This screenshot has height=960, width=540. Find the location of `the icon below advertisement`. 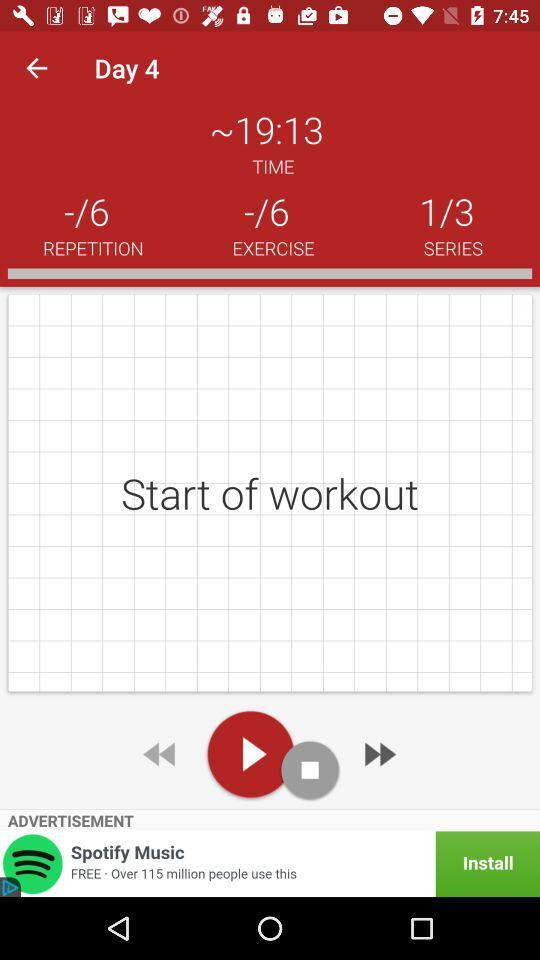

the icon below advertisement is located at coordinates (270, 863).